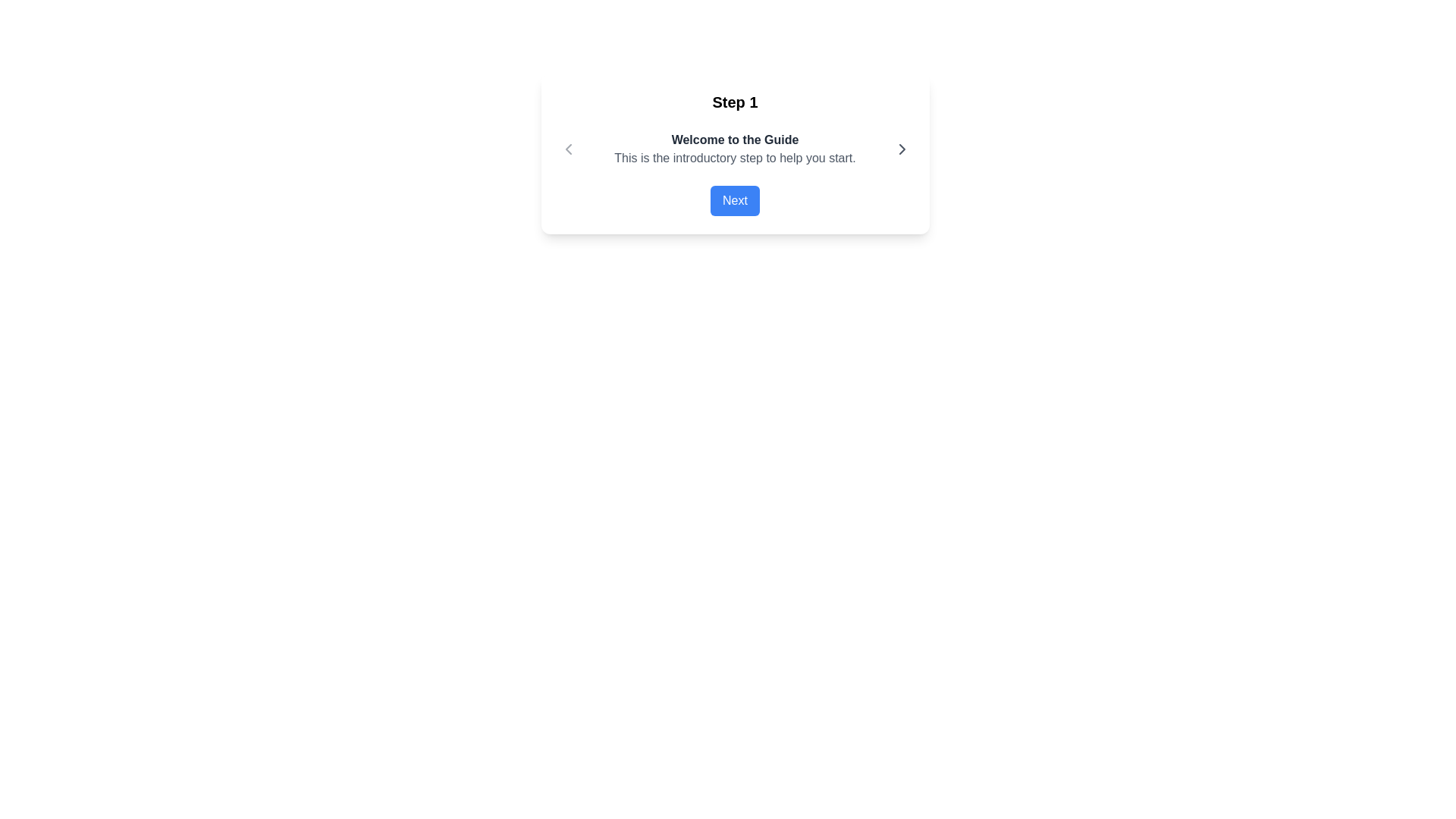 Image resolution: width=1456 pixels, height=819 pixels. What do you see at coordinates (567, 149) in the screenshot?
I see `the left-facing chevron icon within the navigation header to change its color` at bounding box center [567, 149].